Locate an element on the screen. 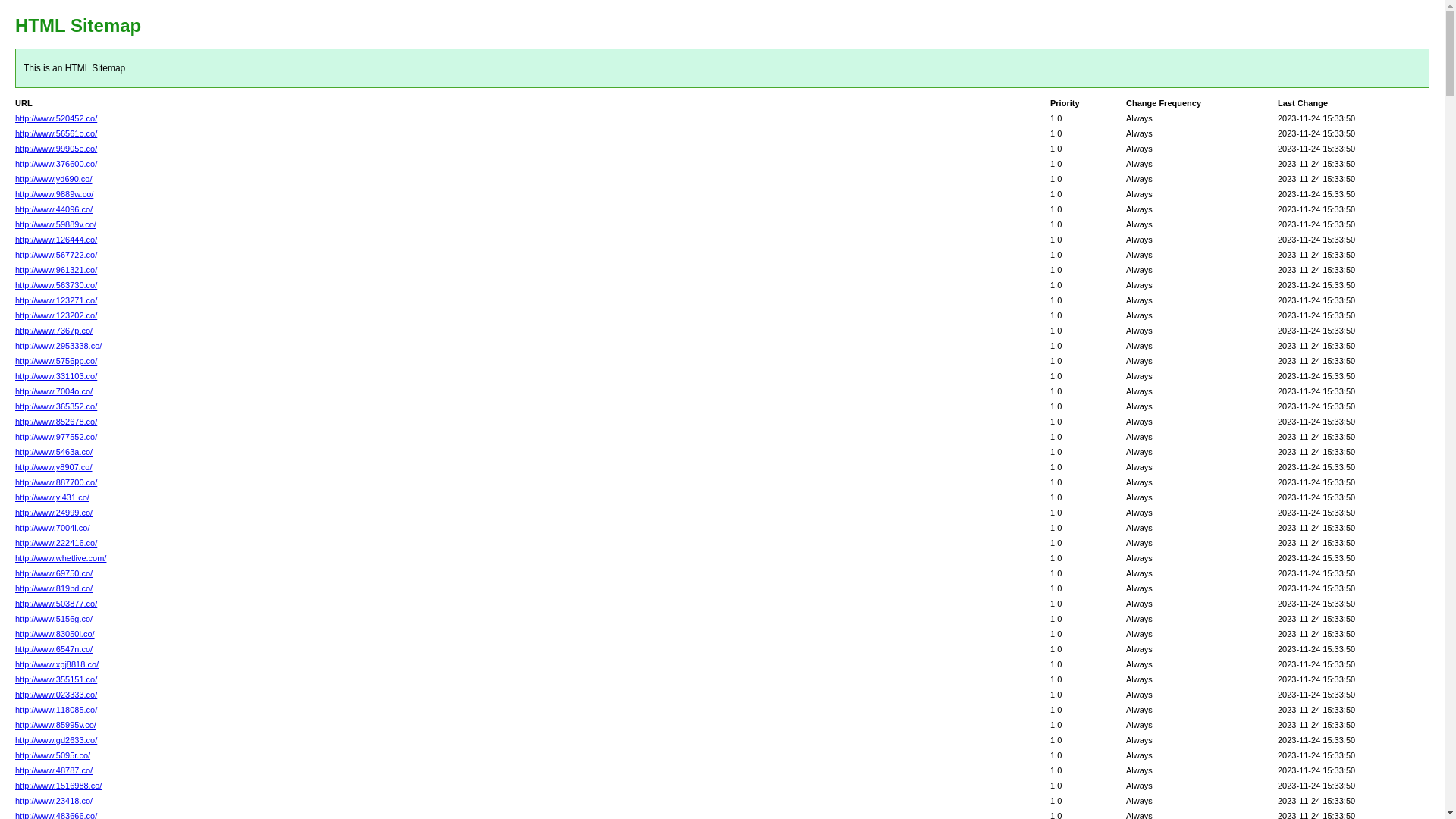  'http://www.126444.co/' is located at coordinates (55, 239).